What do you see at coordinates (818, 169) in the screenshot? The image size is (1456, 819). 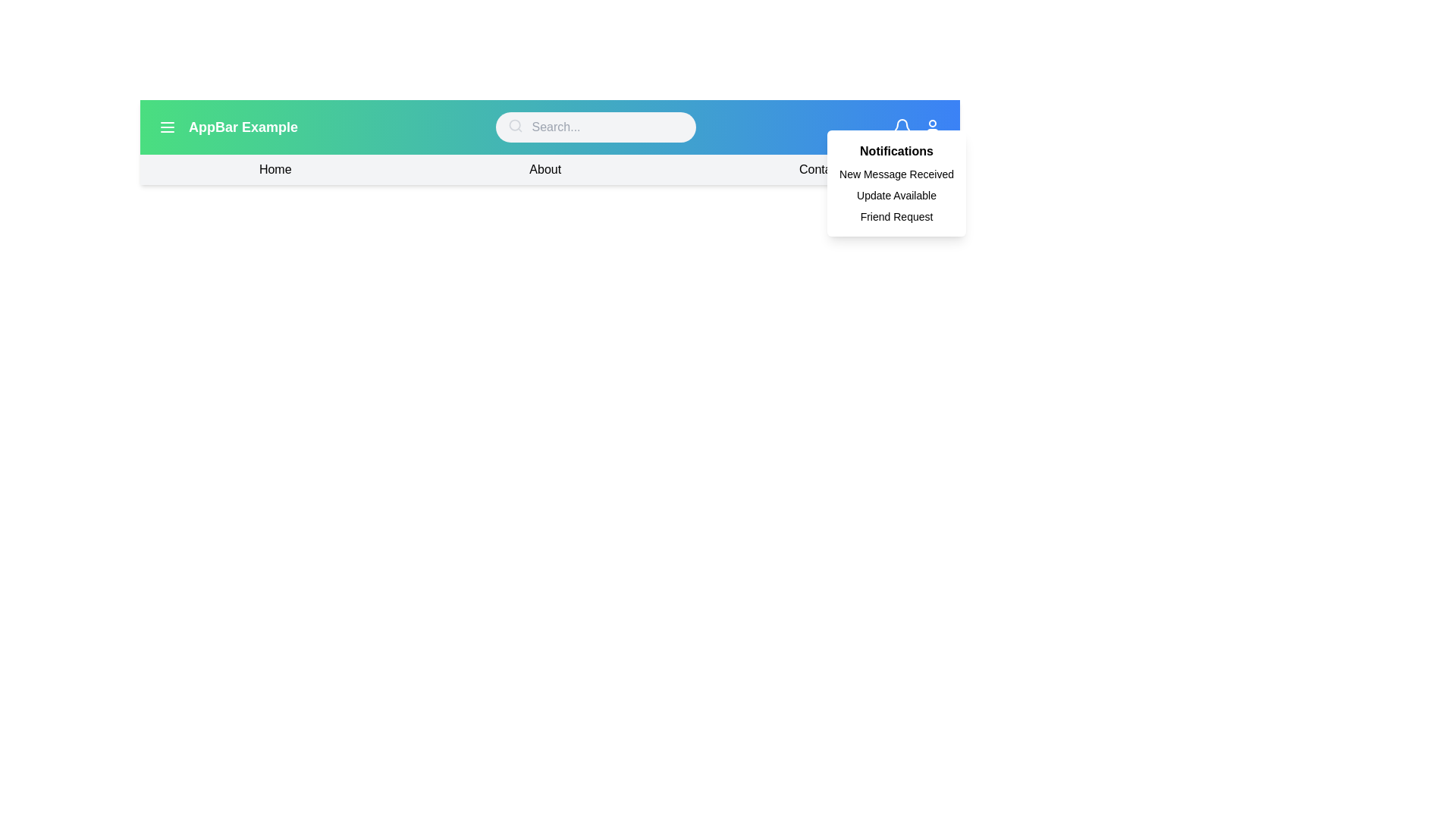 I see `the navigation link Contact to navigate to the corresponding section` at bounding box center [818, 169].